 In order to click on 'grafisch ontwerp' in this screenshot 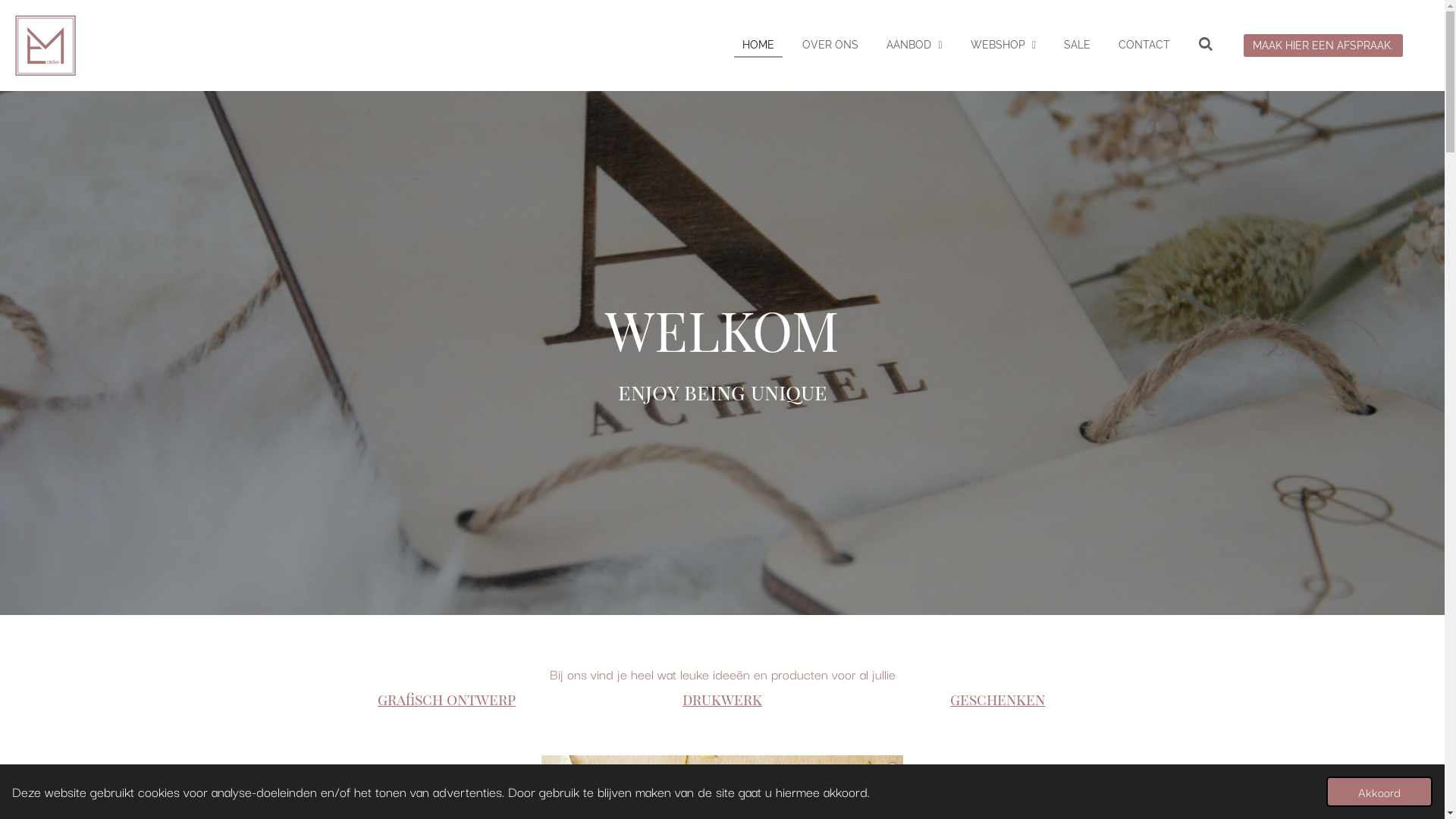, I will do `click(446, 698)`.